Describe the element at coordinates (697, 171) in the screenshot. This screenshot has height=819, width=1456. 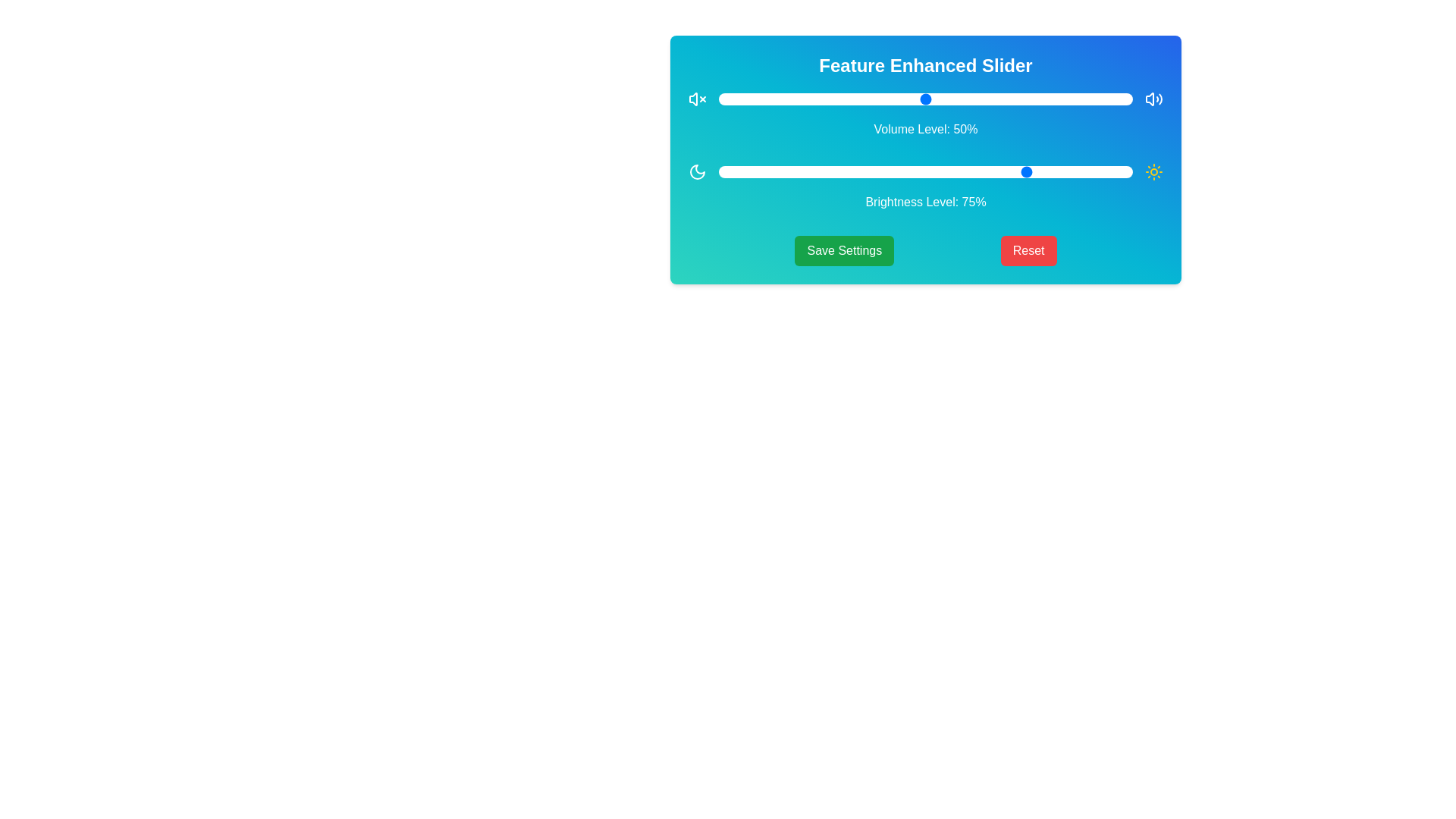
I see `the moon icon, which is the first icon on the left in the horizontal arrangement` at that location.